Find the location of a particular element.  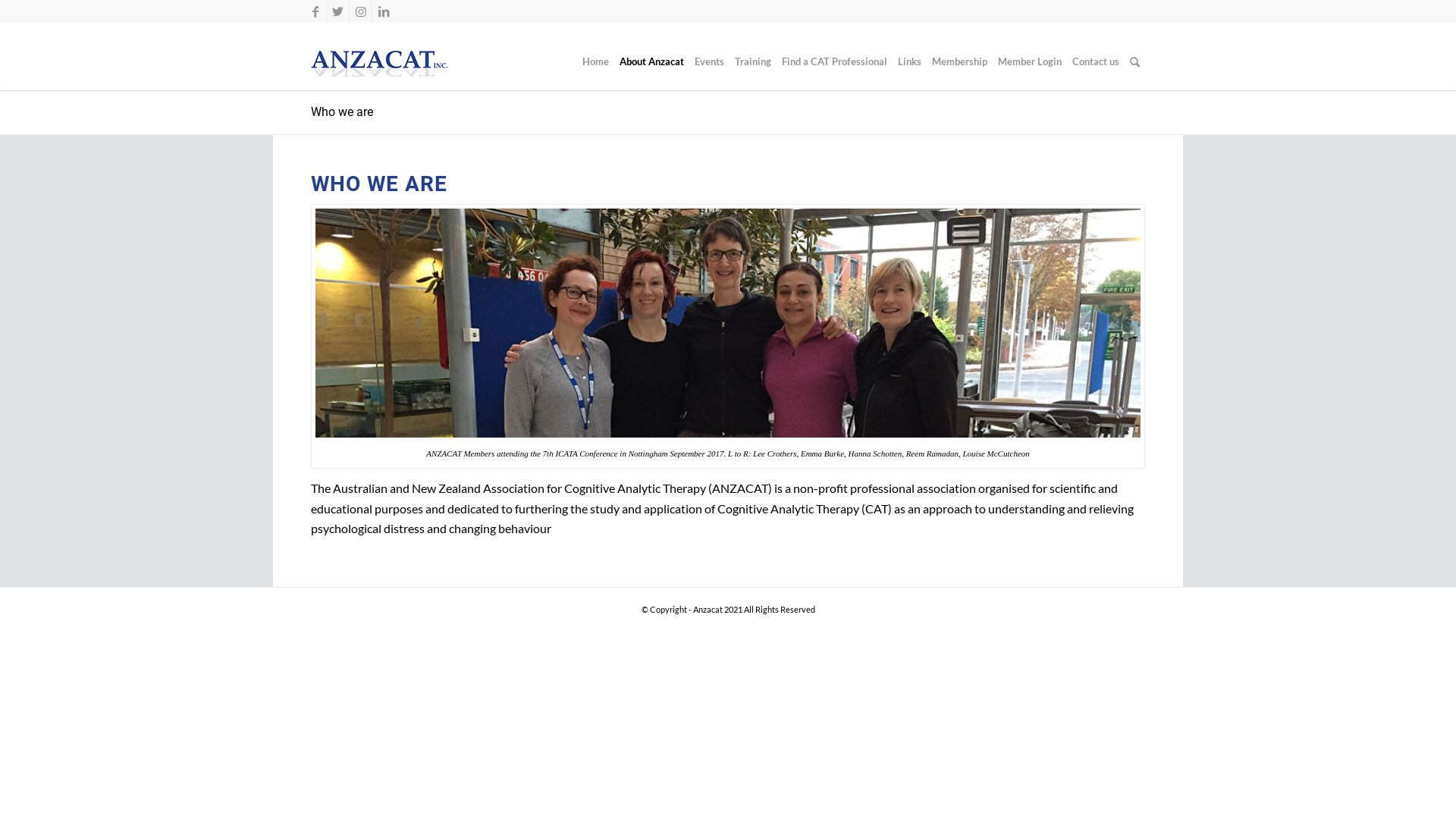

'Who we are' is located at coordinates (341, 111).